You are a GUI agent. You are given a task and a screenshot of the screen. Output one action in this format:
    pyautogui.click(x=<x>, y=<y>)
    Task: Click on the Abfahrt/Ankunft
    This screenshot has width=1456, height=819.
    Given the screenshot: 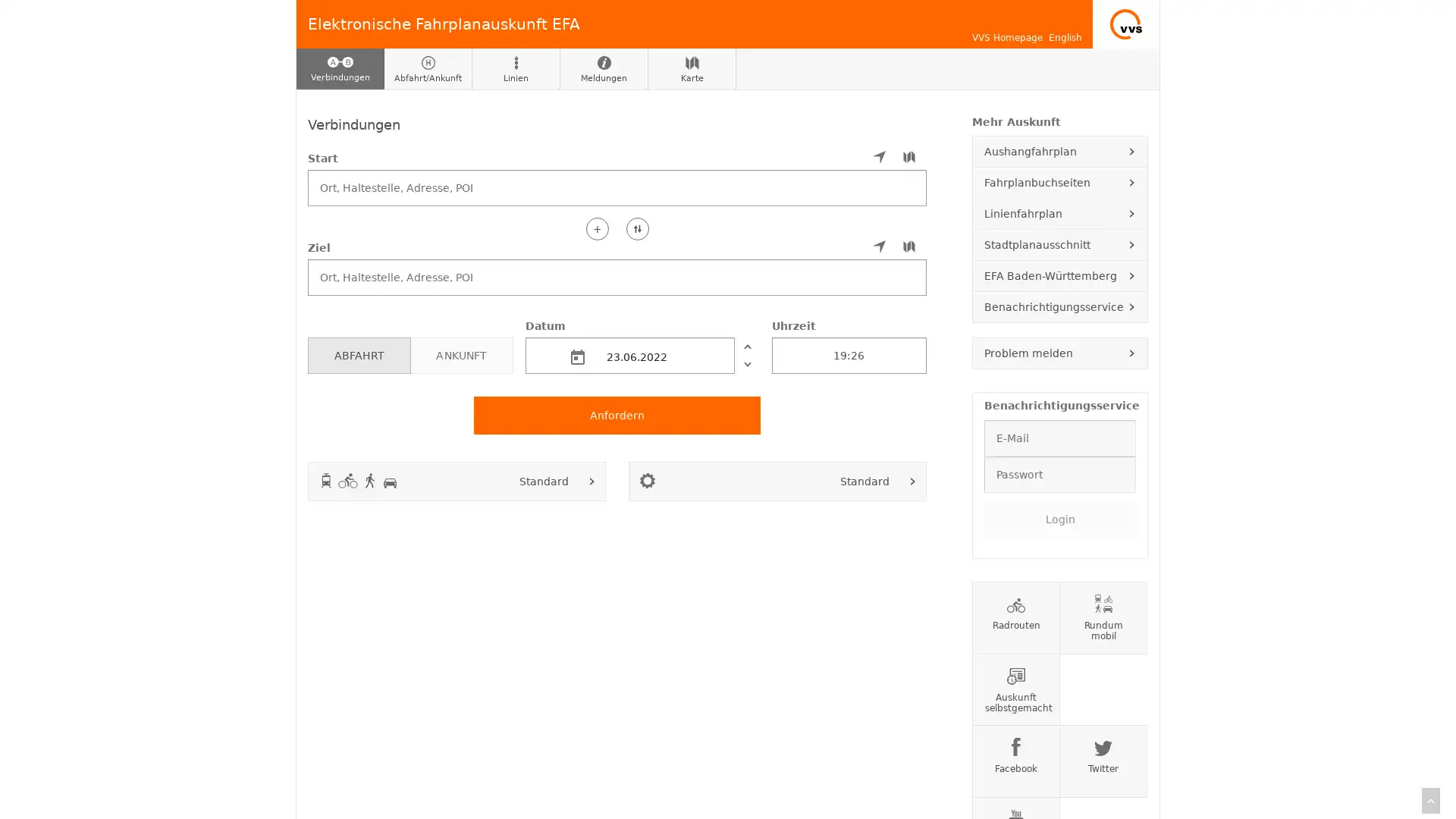 What is the action you would take?
    pyautogui.click(x=428, y=69)
    